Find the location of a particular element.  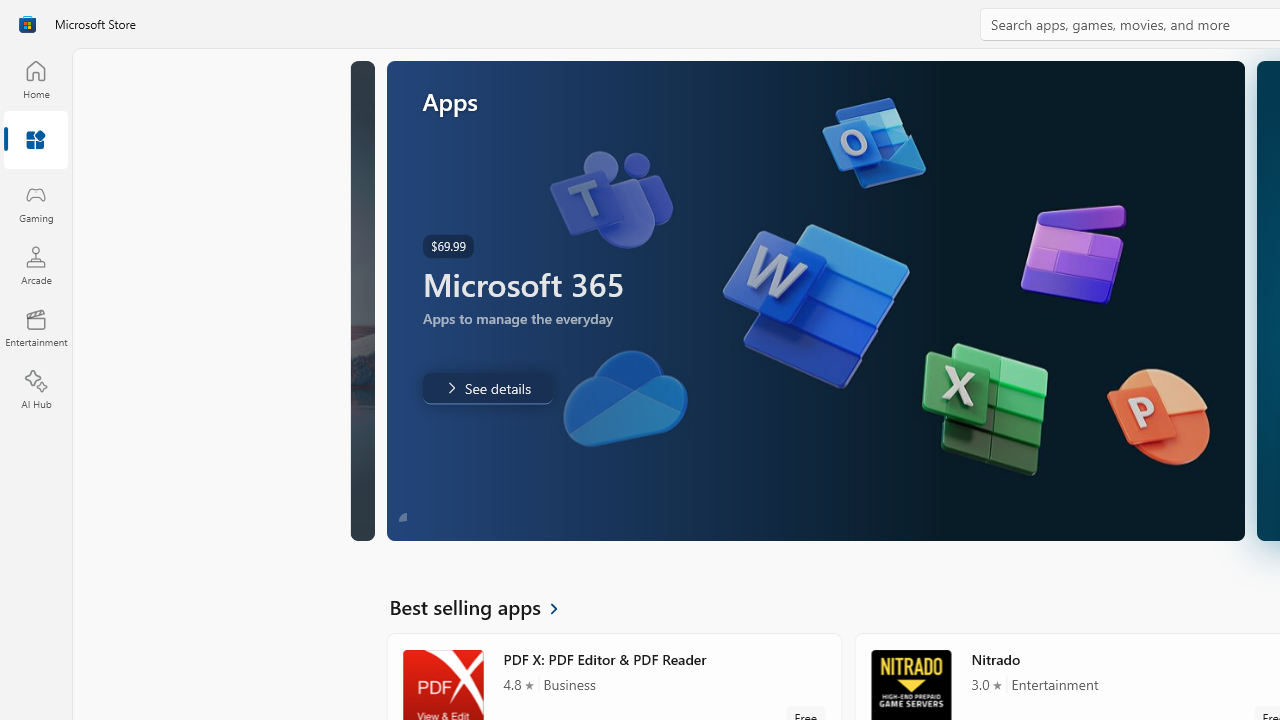

'Class: Image' is located at coordinates (27, 24).